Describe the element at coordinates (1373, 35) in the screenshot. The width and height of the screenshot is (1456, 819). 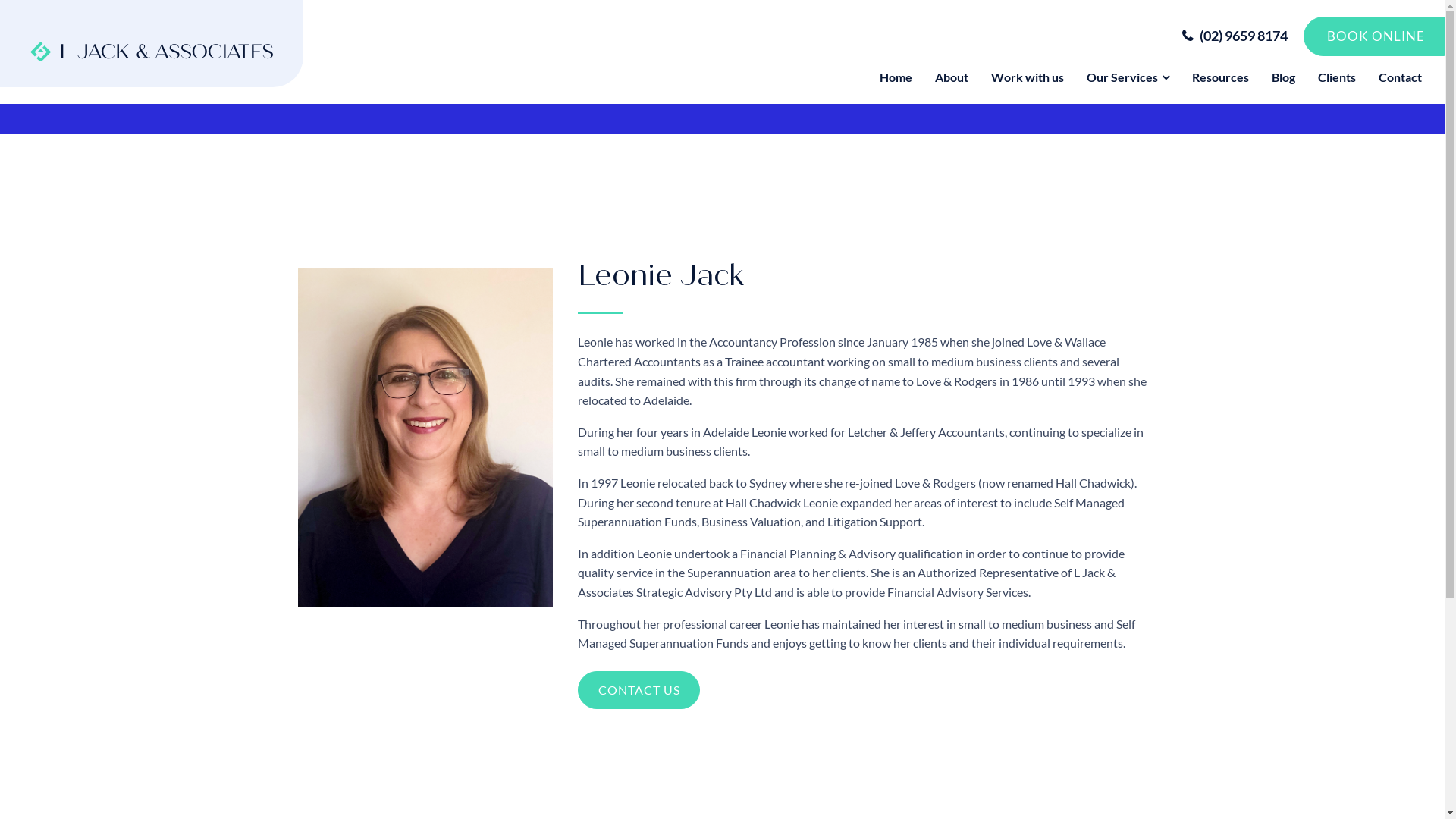
I see `'BOOK ONLINE'` at that location.